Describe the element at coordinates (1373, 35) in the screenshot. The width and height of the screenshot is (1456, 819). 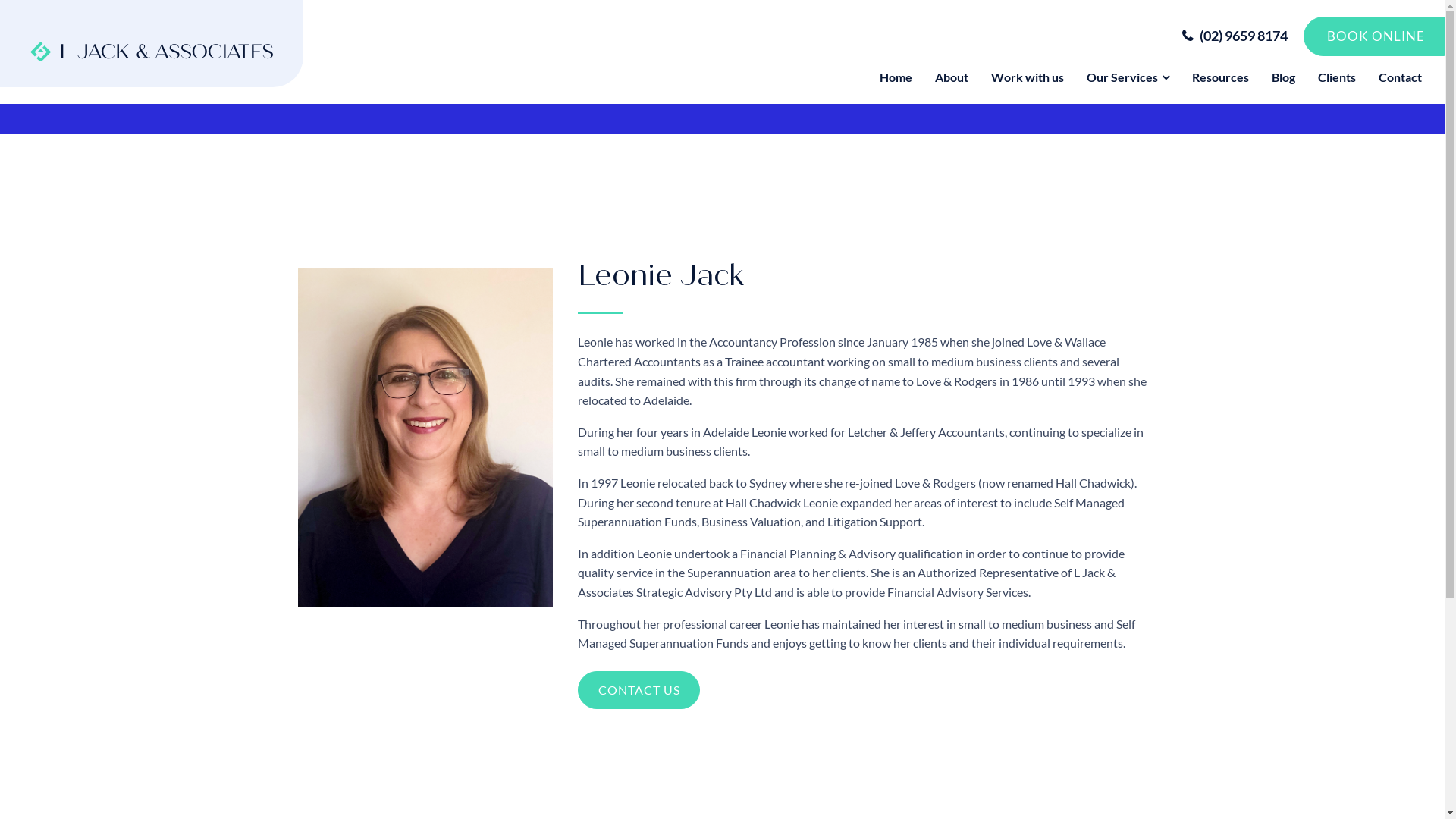
I see `'BOOK ONLINE'` at that location.